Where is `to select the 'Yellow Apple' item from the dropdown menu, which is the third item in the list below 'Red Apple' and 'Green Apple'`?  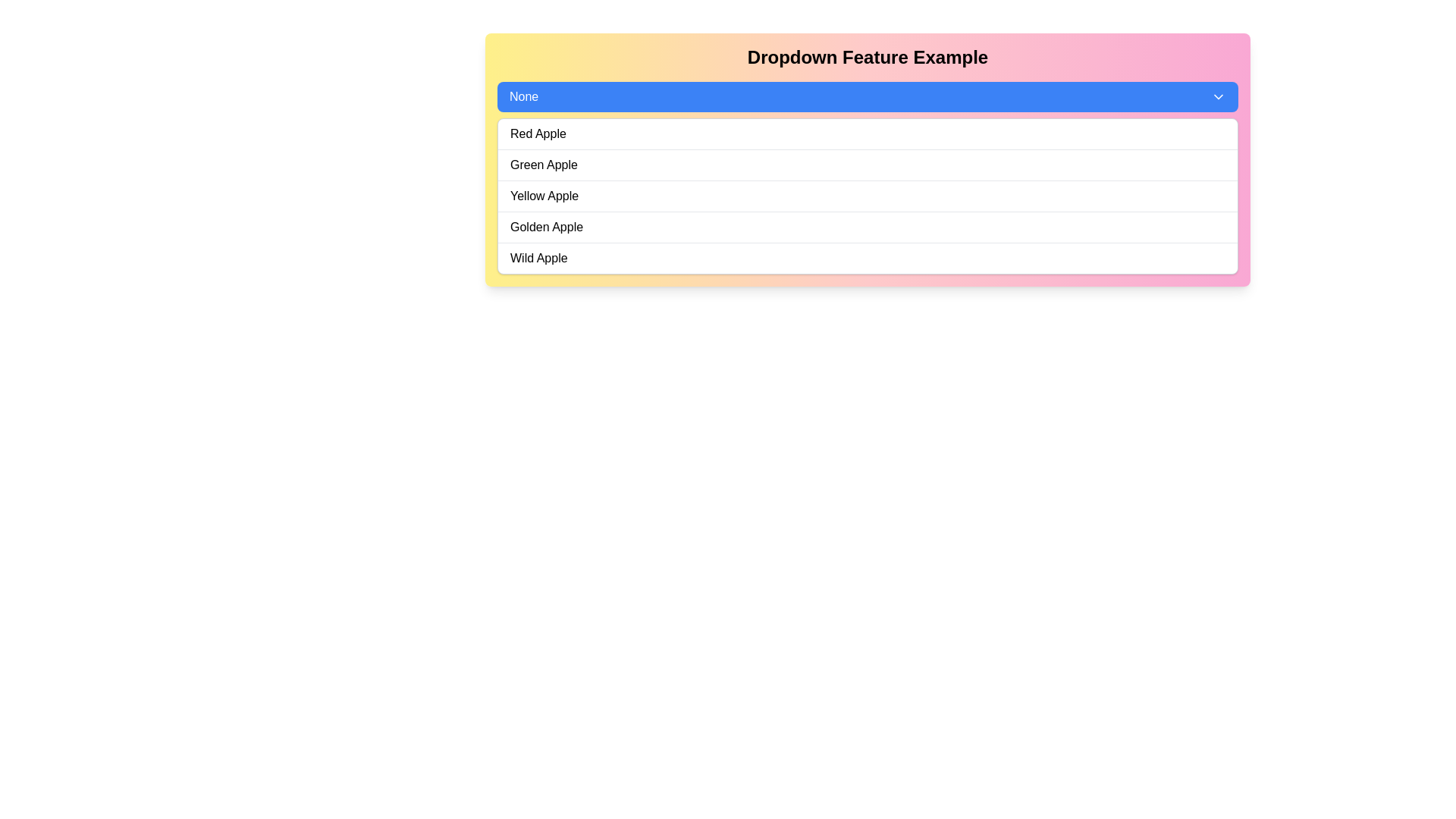
to select the 'Yellow Apple' item from the dropdown menu, which is the third item in the list below 'Red Apple' and 'Green Apple' is located at coordinates (868, 195).